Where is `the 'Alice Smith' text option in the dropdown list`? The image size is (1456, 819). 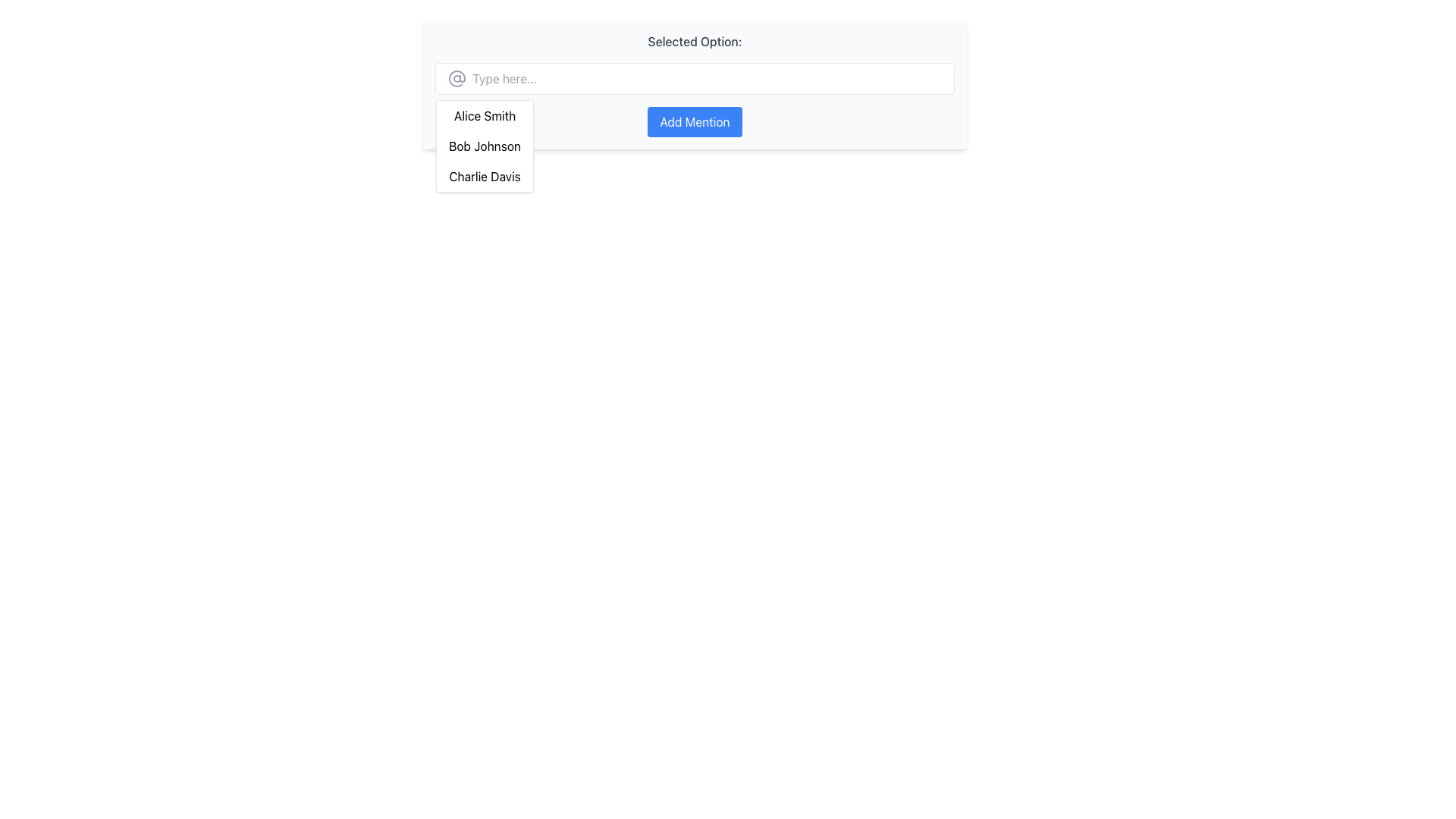 the 'Alice Smith' text option in the dropdown list is located at coordinates (484, 115).